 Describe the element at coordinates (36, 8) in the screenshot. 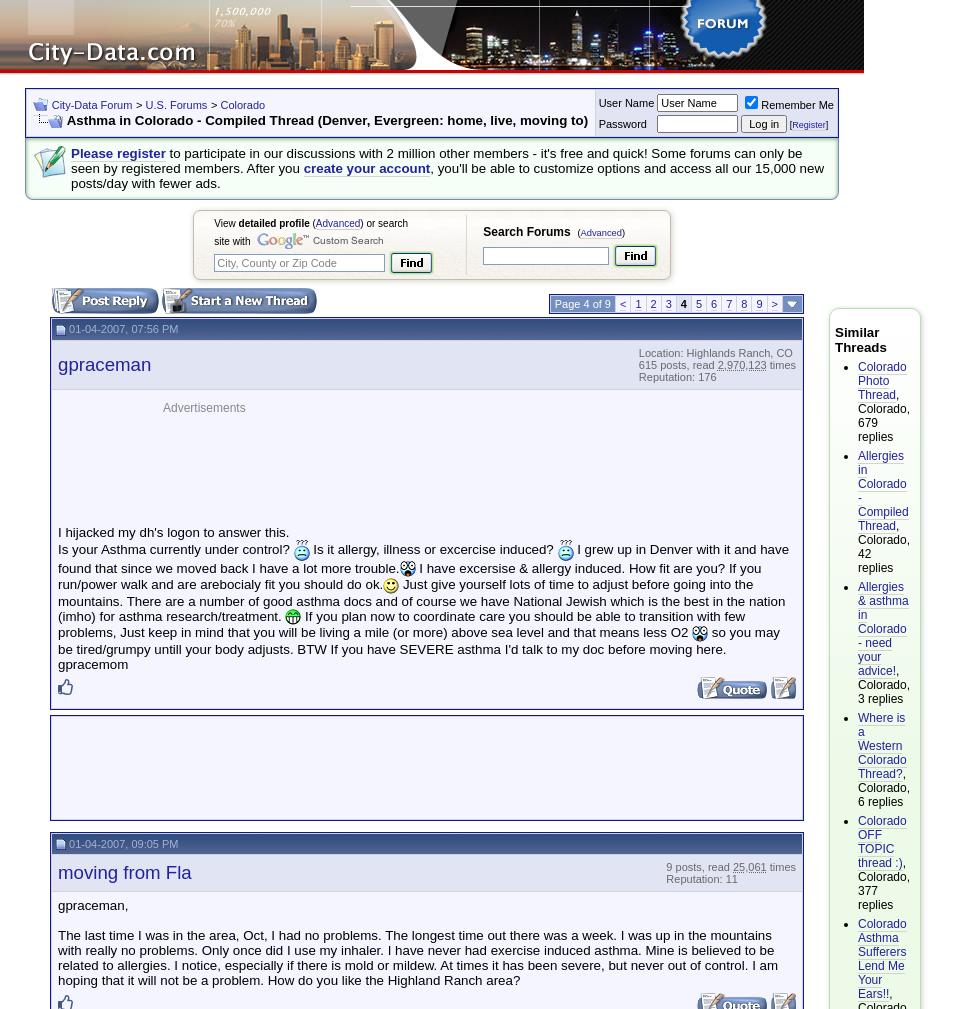

I see `'Settings'` at that location.